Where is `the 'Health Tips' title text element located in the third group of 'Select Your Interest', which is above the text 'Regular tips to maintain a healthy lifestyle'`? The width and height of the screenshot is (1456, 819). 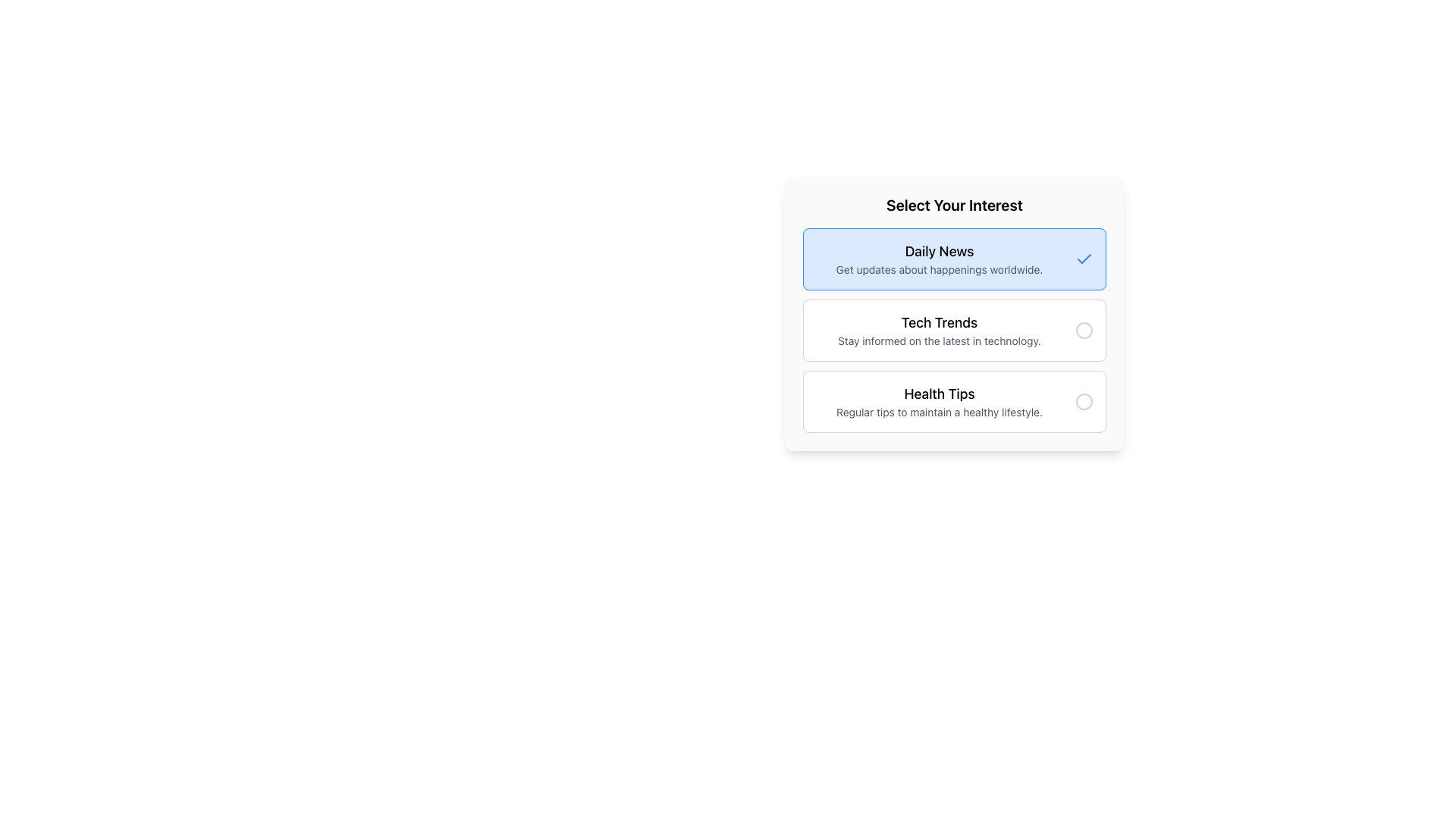 the 'Health Tips' title text element located in the third group of 'Select Your Interest', which is above the text 'Regular tips to maintain a healthy lifestyle' is located at coordinates (938, 394).